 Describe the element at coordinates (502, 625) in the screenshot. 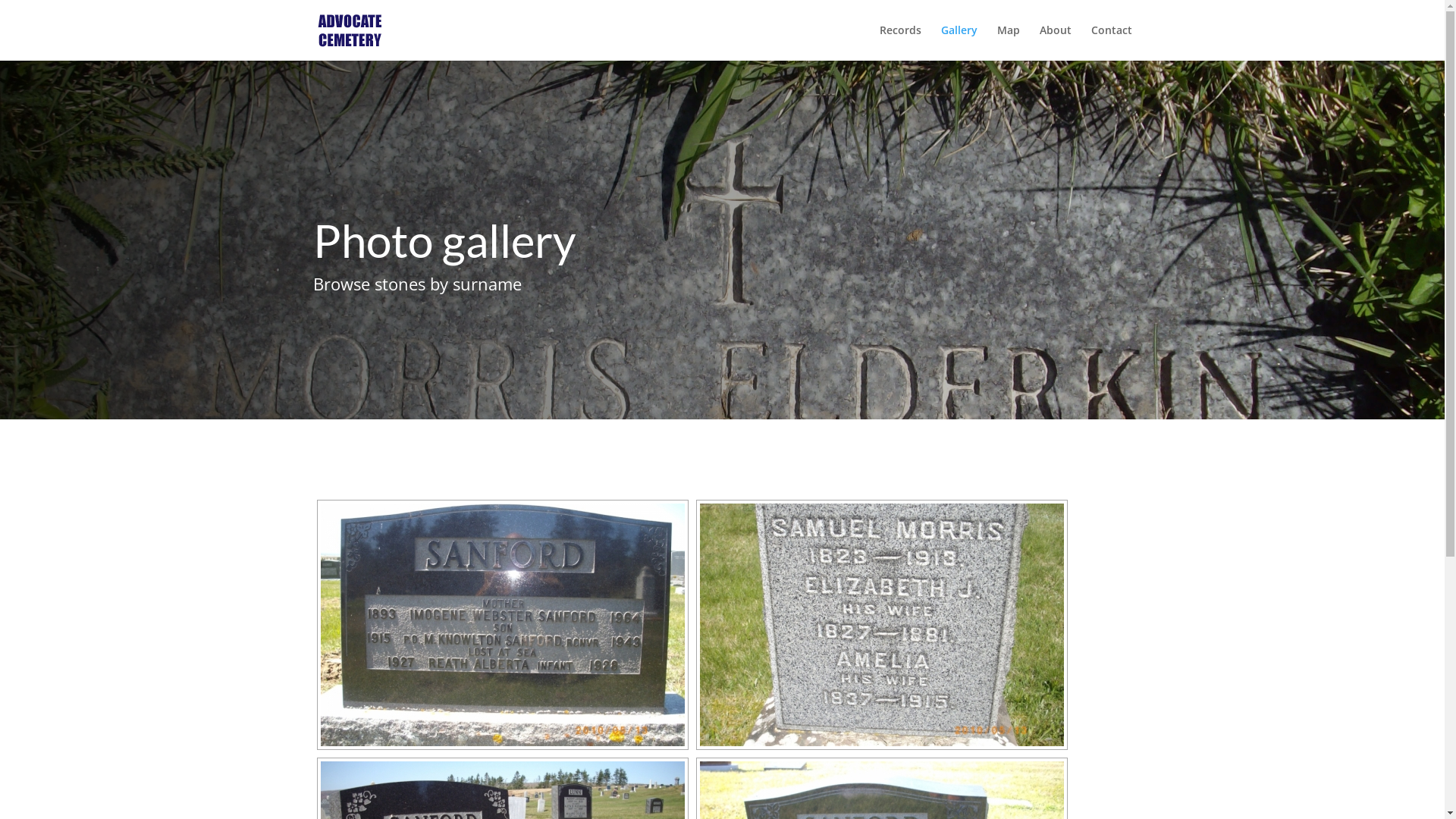

I see `'IMGP0789 (Large)'` at that location.